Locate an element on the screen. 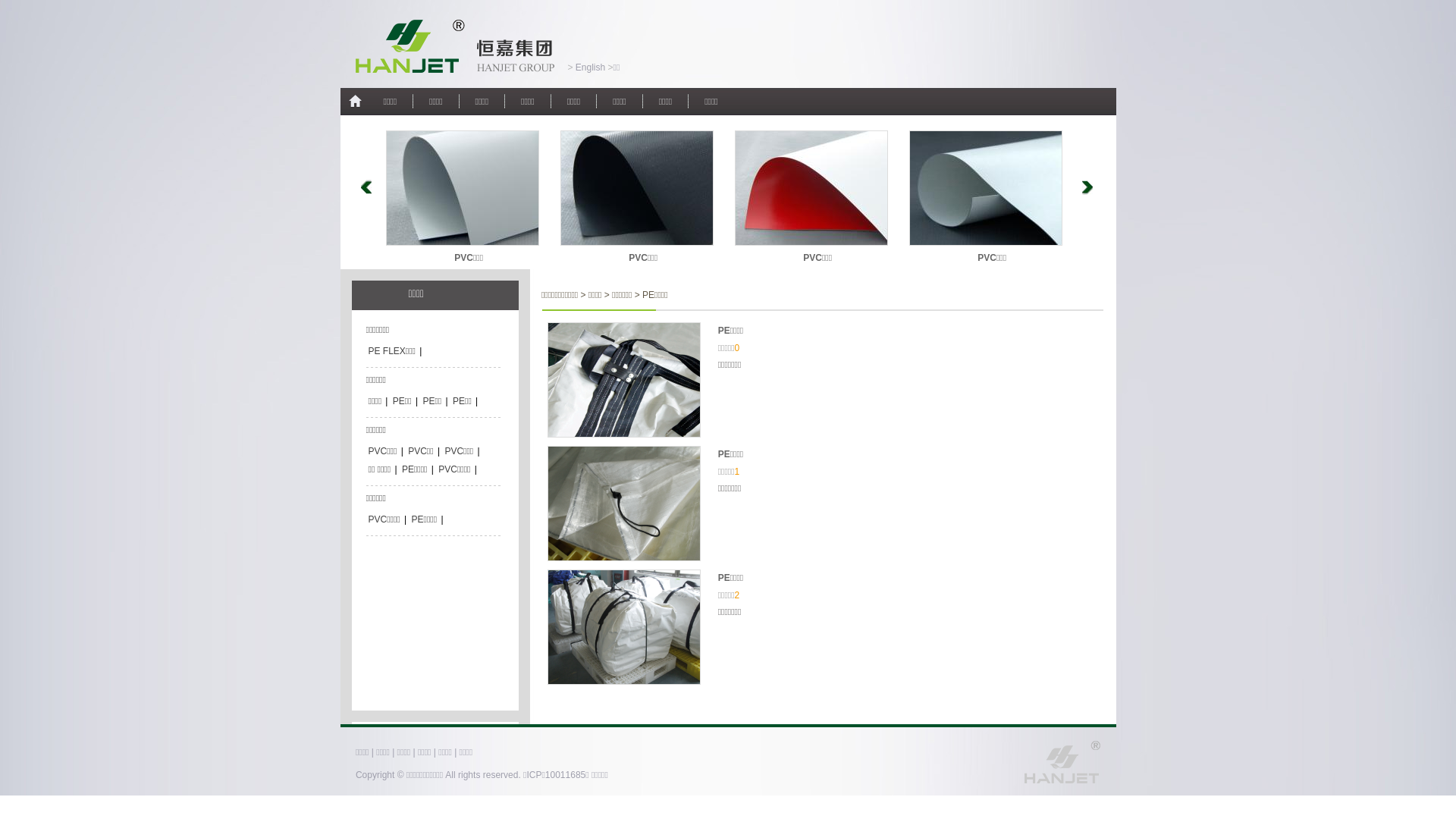  'English' is located at coordinates (588, 66).